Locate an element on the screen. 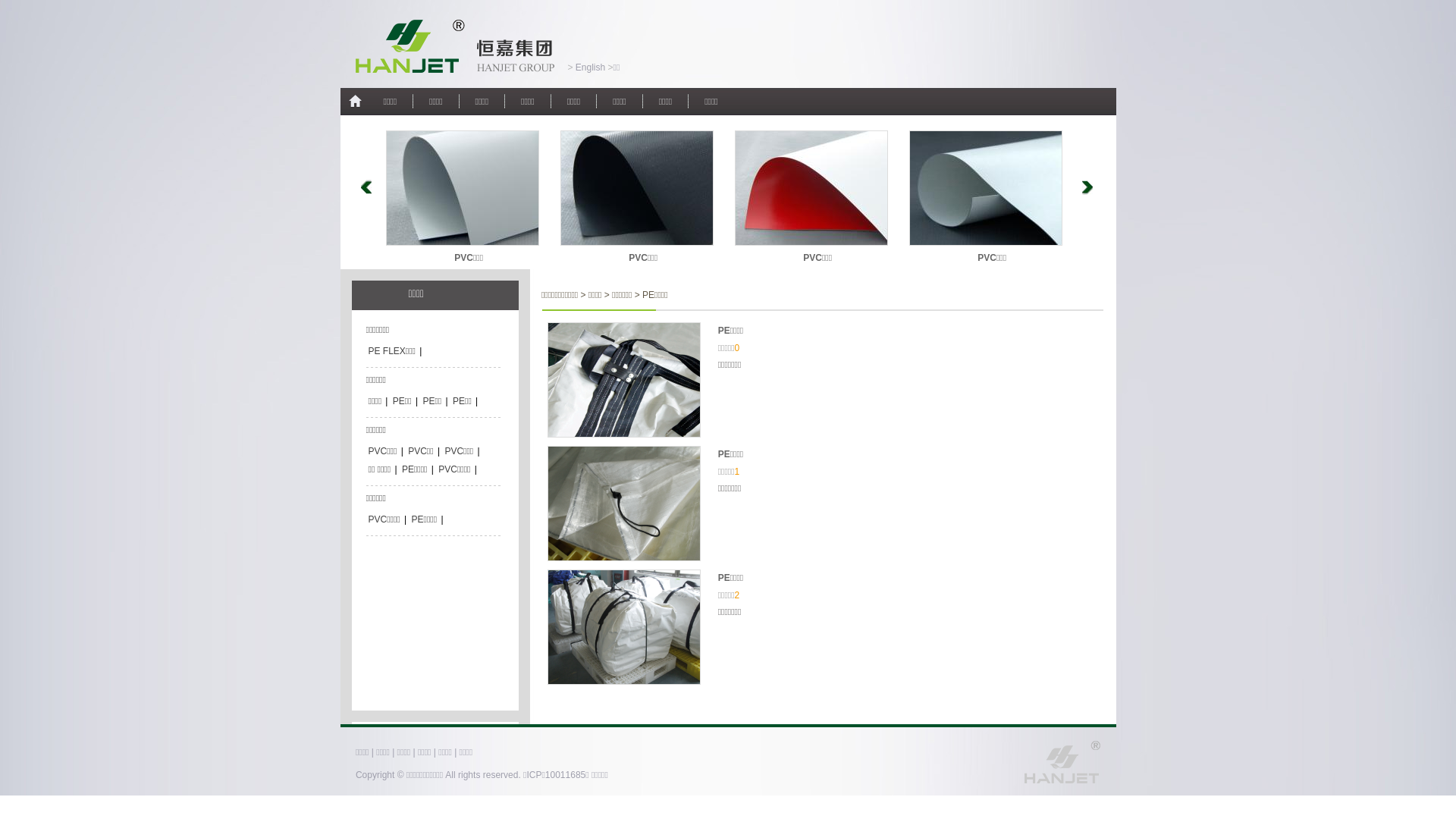  'English' is located at coordinates (588, 66).